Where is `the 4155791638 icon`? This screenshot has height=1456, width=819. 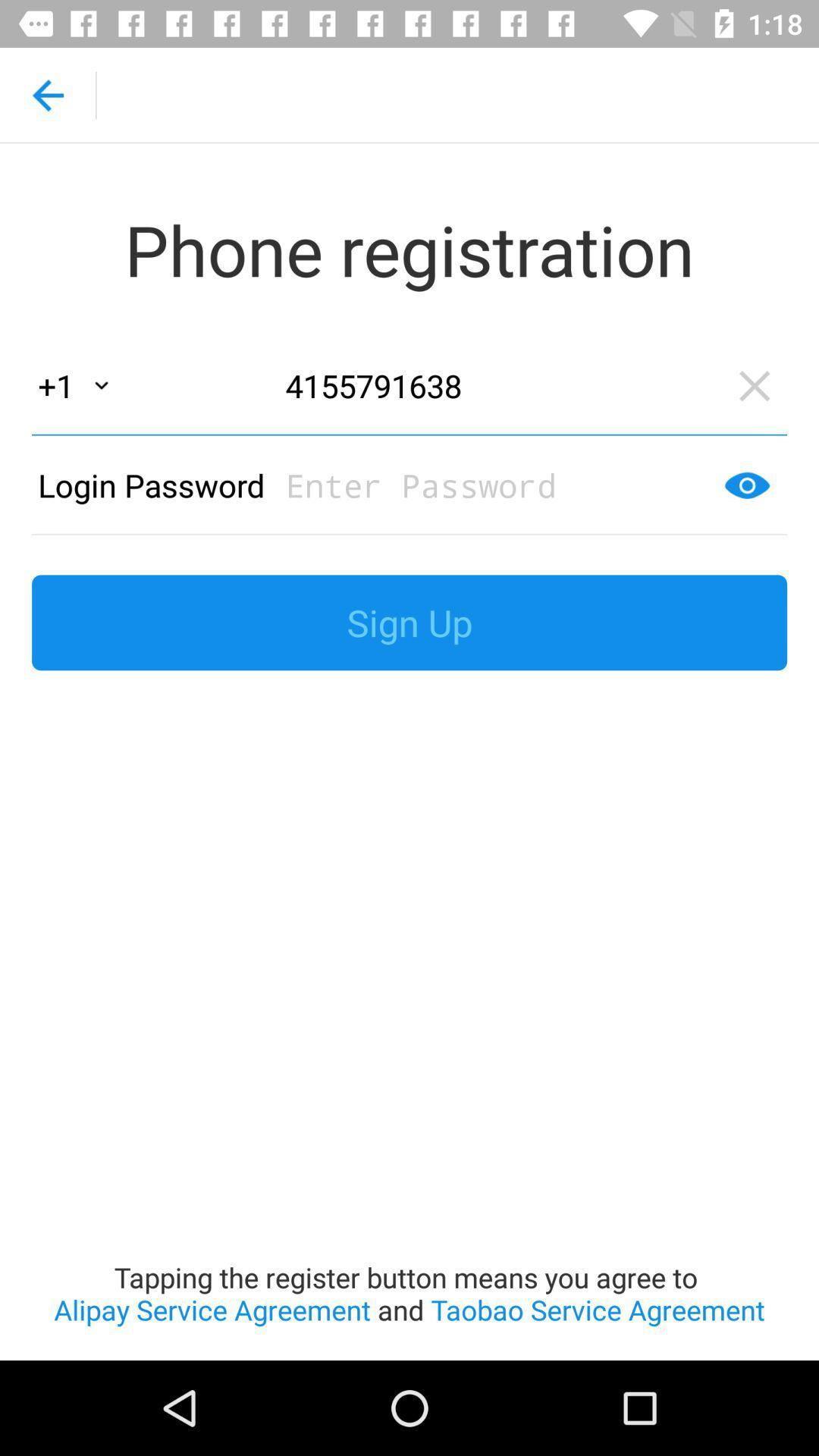 the 4155791638 icon is located at coordinates (497, 385).